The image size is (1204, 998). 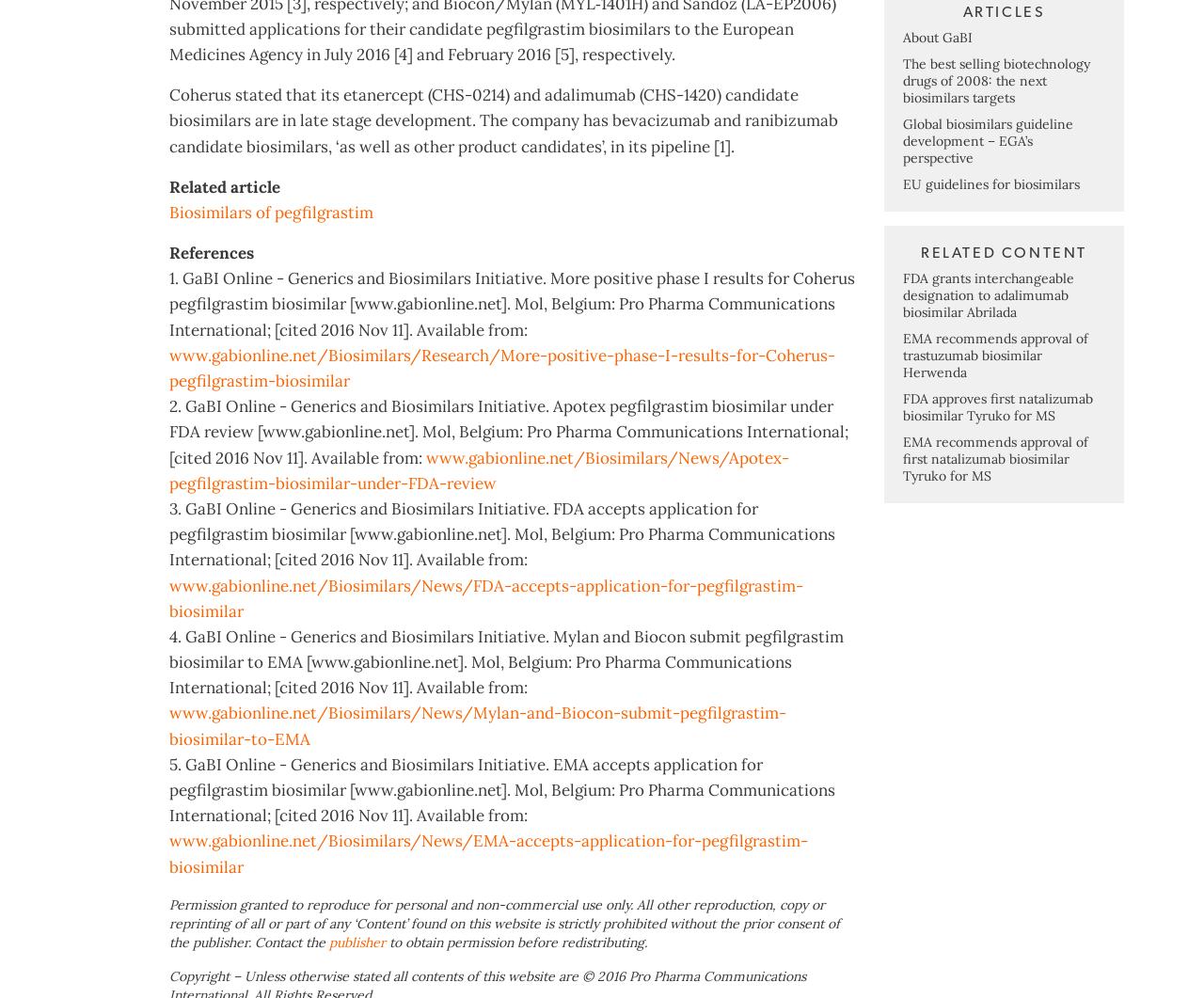 I want to click on 'Coherus stated that its etanercept (CHS-0214) and adalimumab (CHS-1420) candidate biosimilars are in late stage development. The company has bevacizumab and ranibizumab candidate biosimilars, ‘as well as other product candidates’, in its pipeline [1].', so click(x=503, y=193).